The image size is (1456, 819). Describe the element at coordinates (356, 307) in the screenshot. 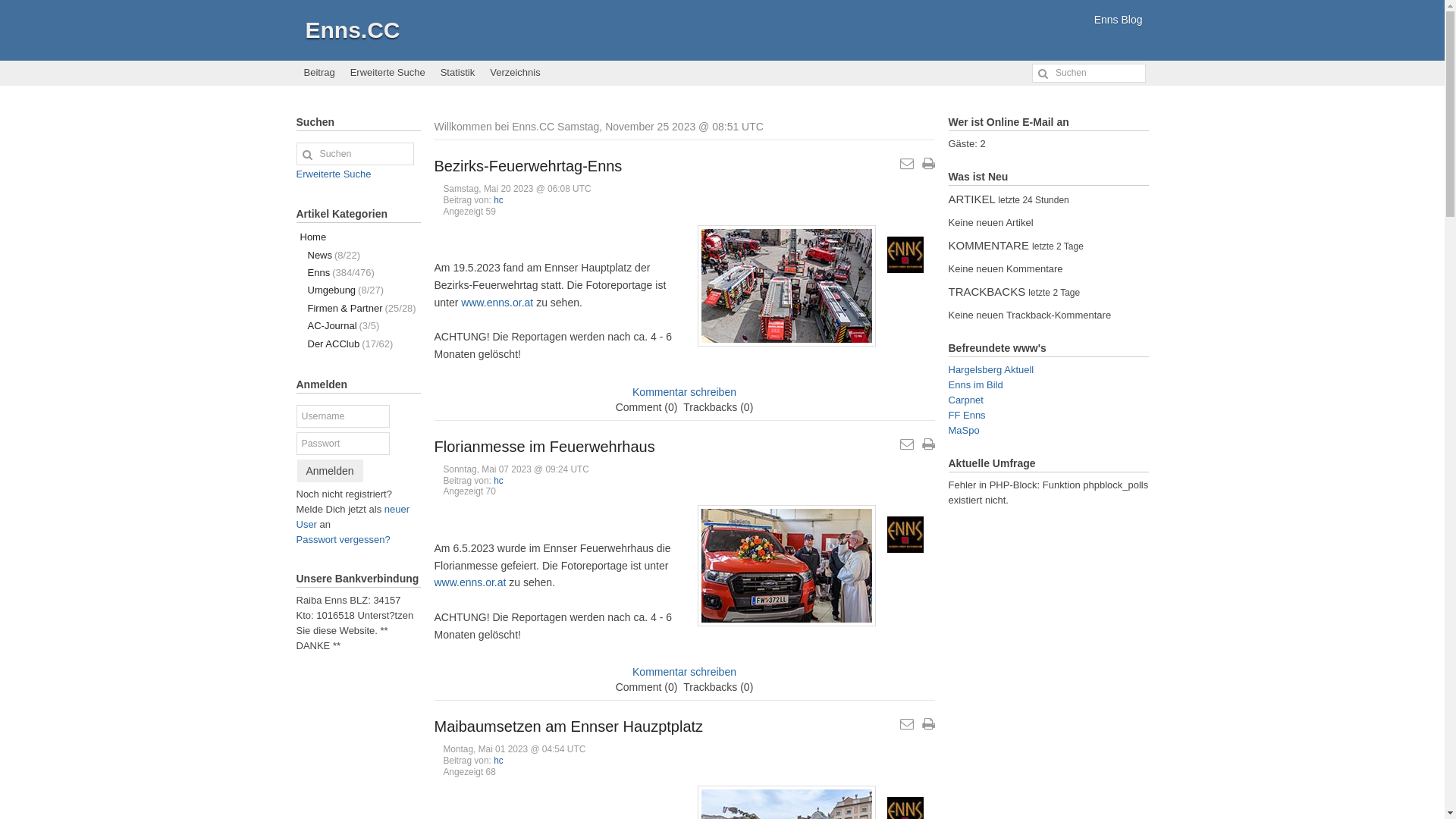

I see `'Firmen & Partner(25/28)'` at that location.